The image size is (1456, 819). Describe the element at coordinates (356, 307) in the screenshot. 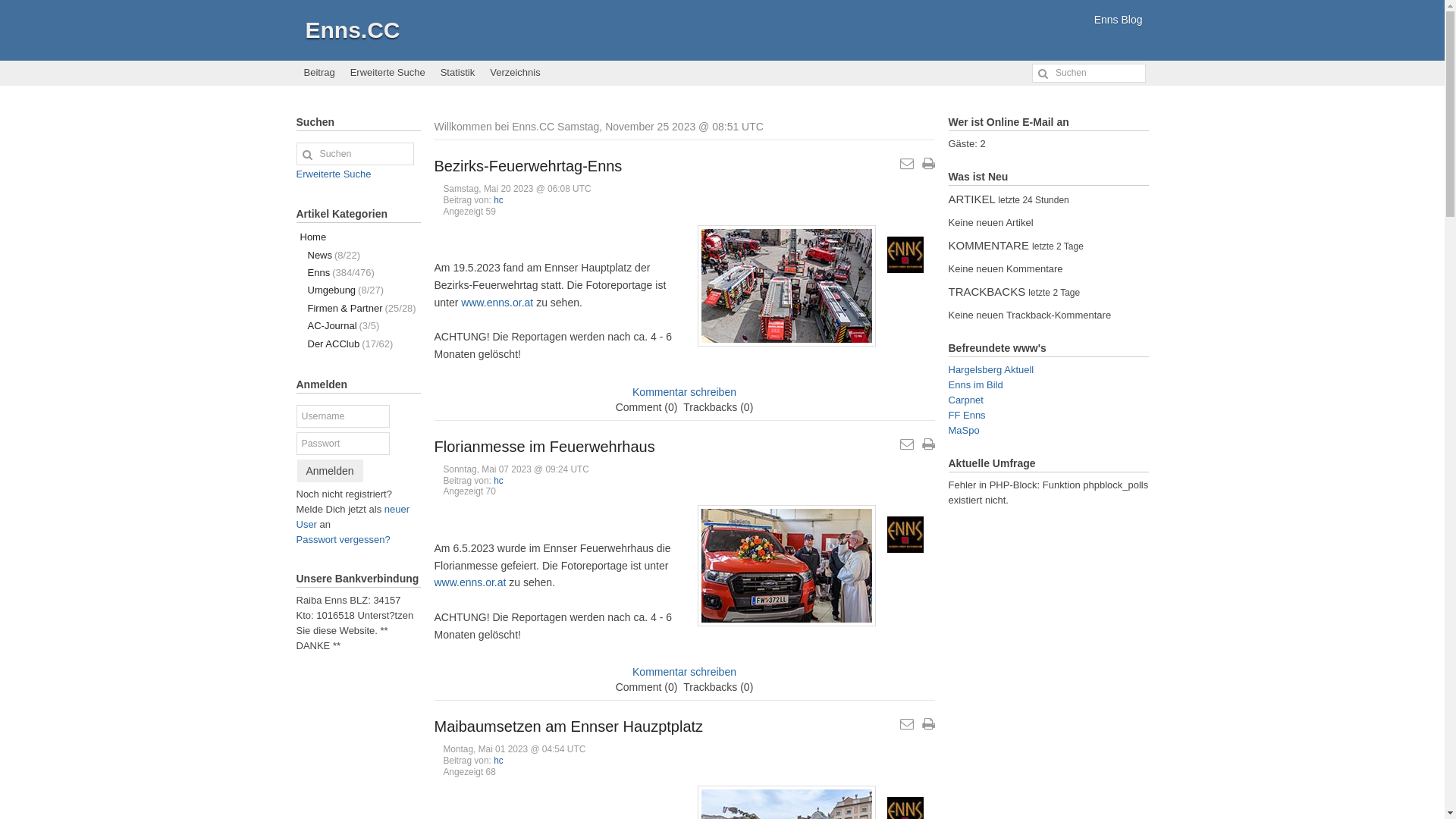

I see `'Firmen & Partner(25/28)'` at that location.